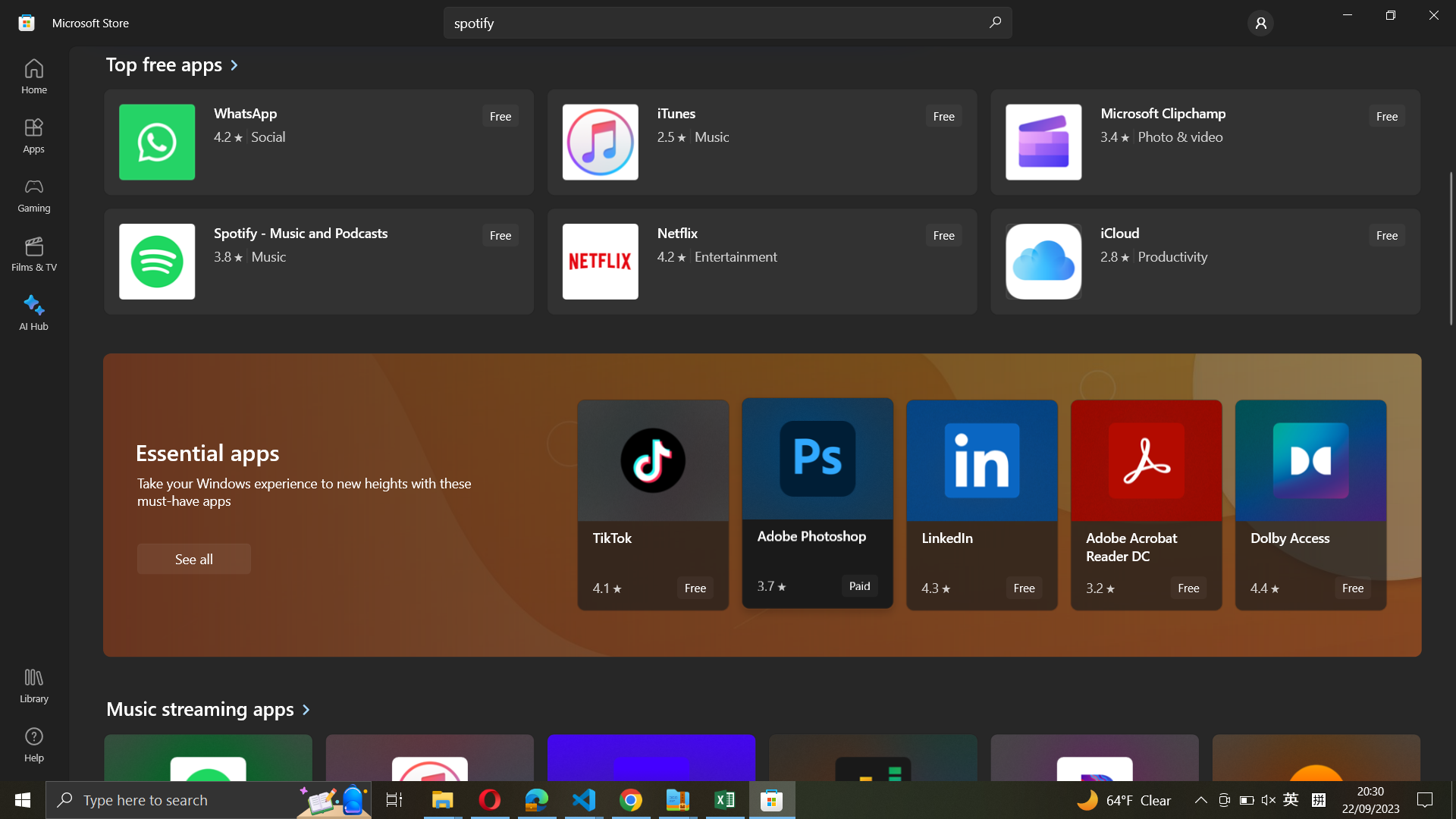  Describe the element at coordinates (760, 143) in the screenshot. I see `iTunes application` at that location.